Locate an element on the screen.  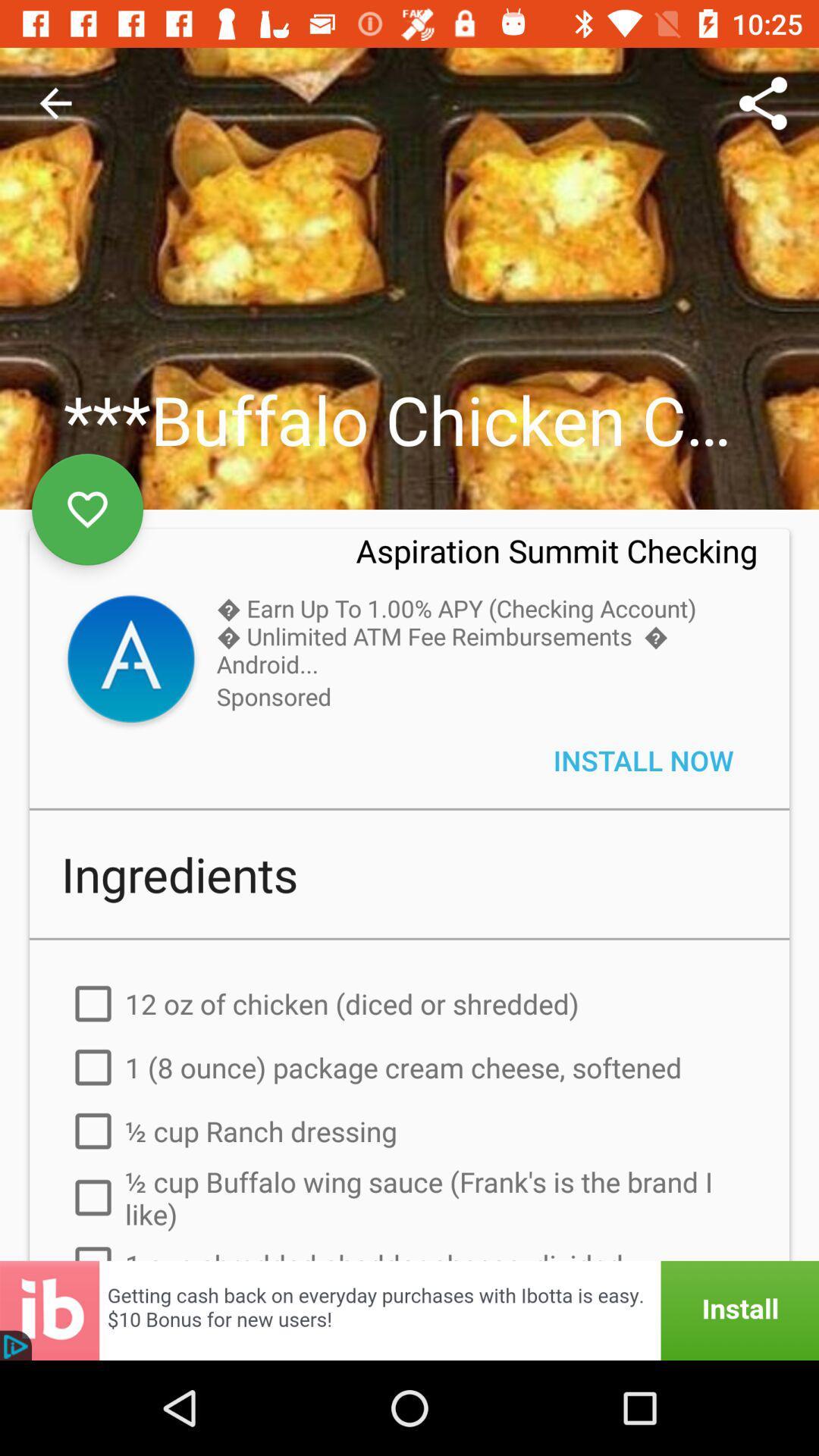
the favorite icon is located at coordinates (87, 510).